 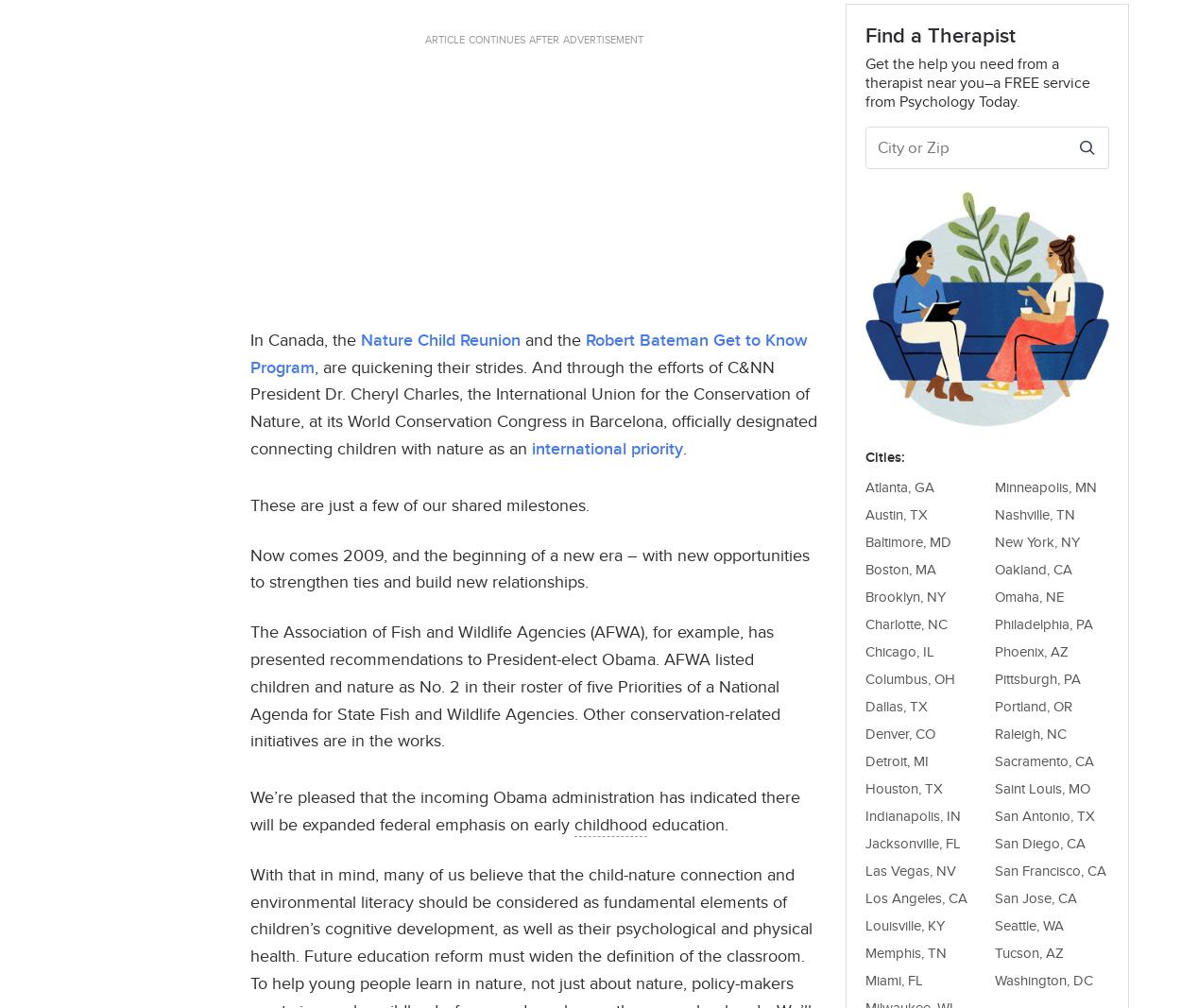 What do you see at coordinates (1028, 924) in the screenshot?
I see `'Seattle, WA'` at bounding box center [1028, 924].